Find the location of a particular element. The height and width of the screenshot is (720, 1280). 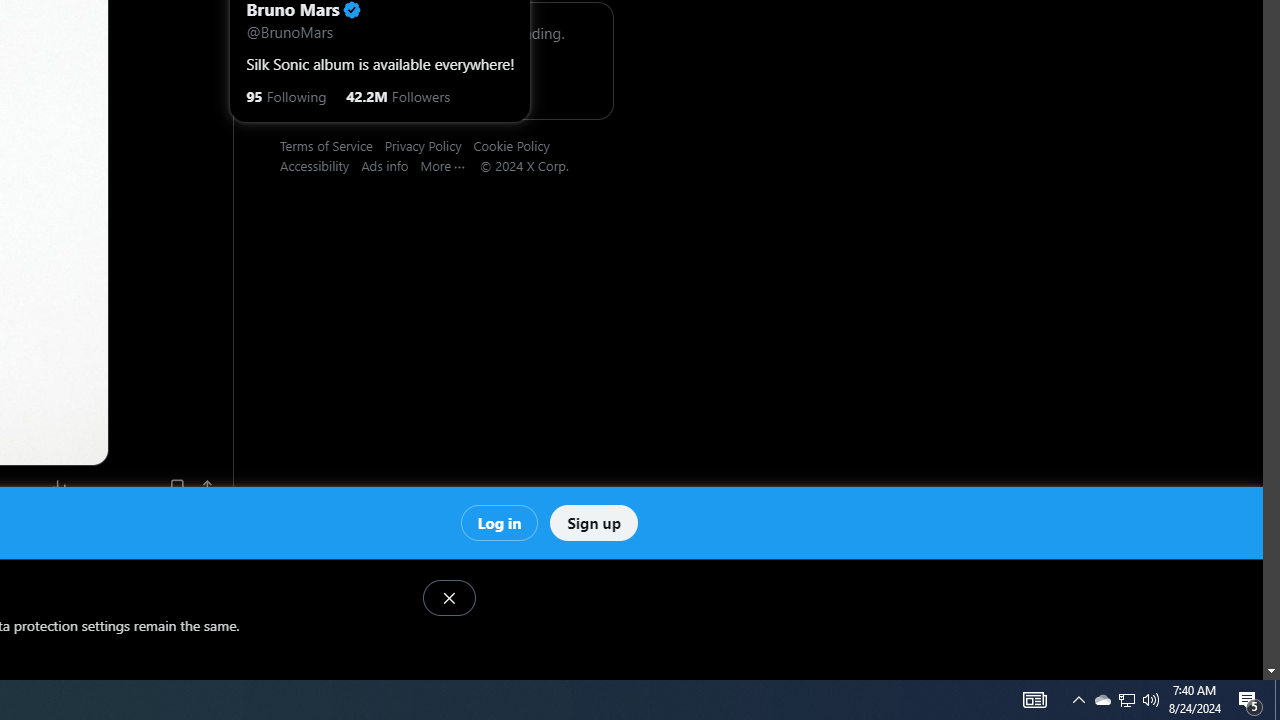

'95 Following' is located at coordinates (285, 95).